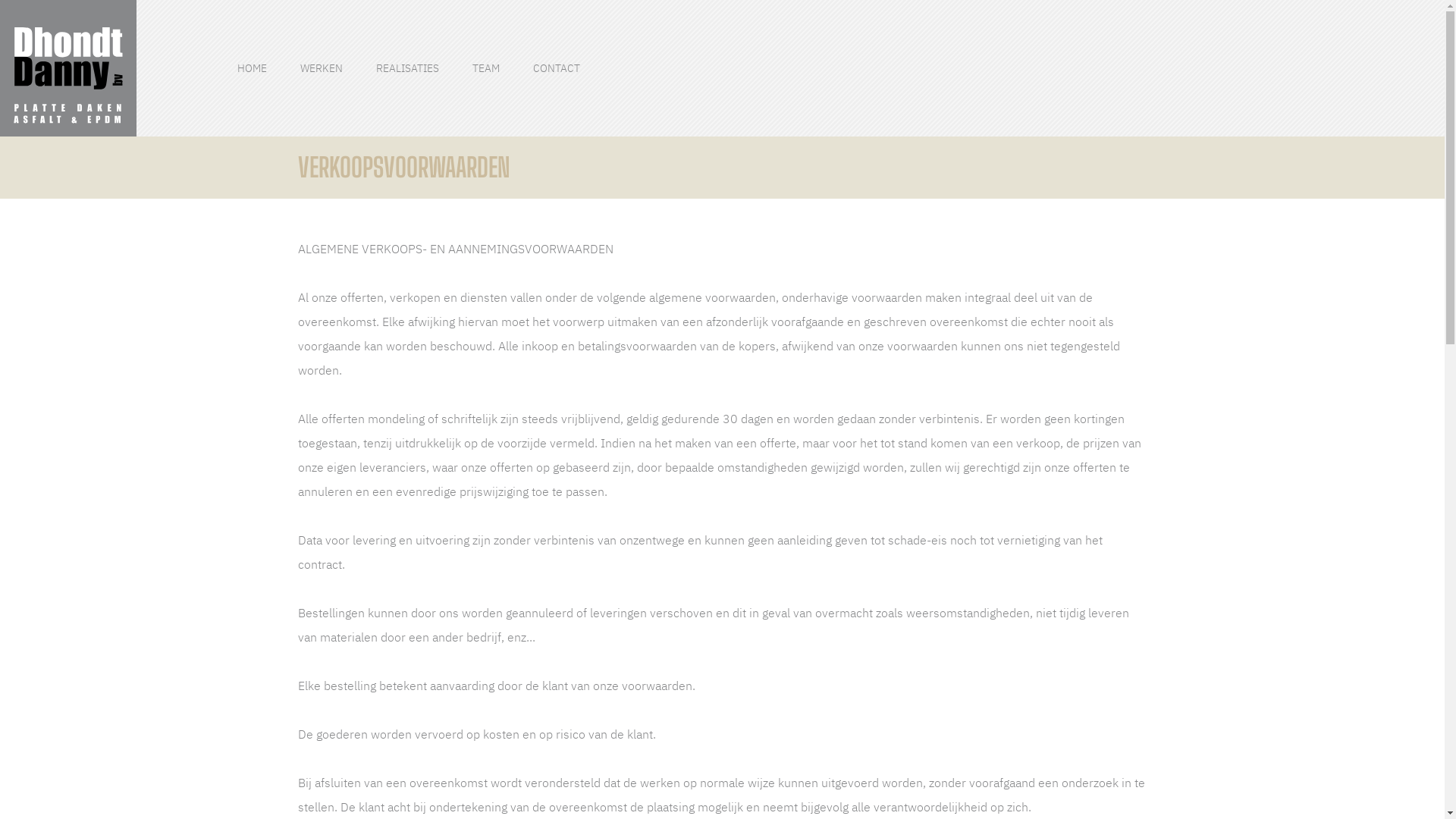  I want to click on 'WERKEN', so click(300, 68).